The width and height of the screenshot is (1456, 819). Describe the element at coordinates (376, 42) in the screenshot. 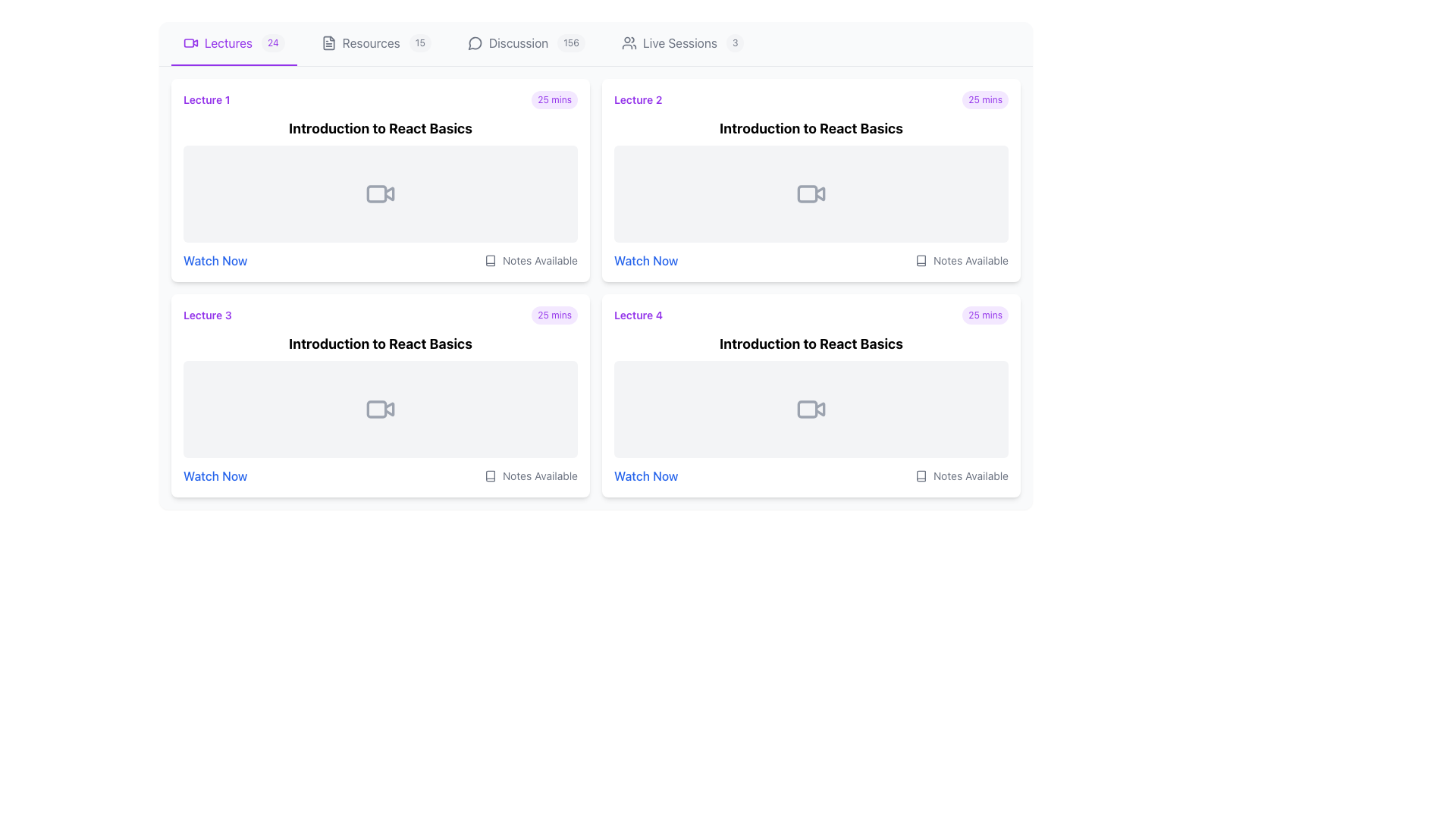

I see `the button that serves as a link for accessing resource materials, located as the second item in the navigation row at the top of the page` at that location.